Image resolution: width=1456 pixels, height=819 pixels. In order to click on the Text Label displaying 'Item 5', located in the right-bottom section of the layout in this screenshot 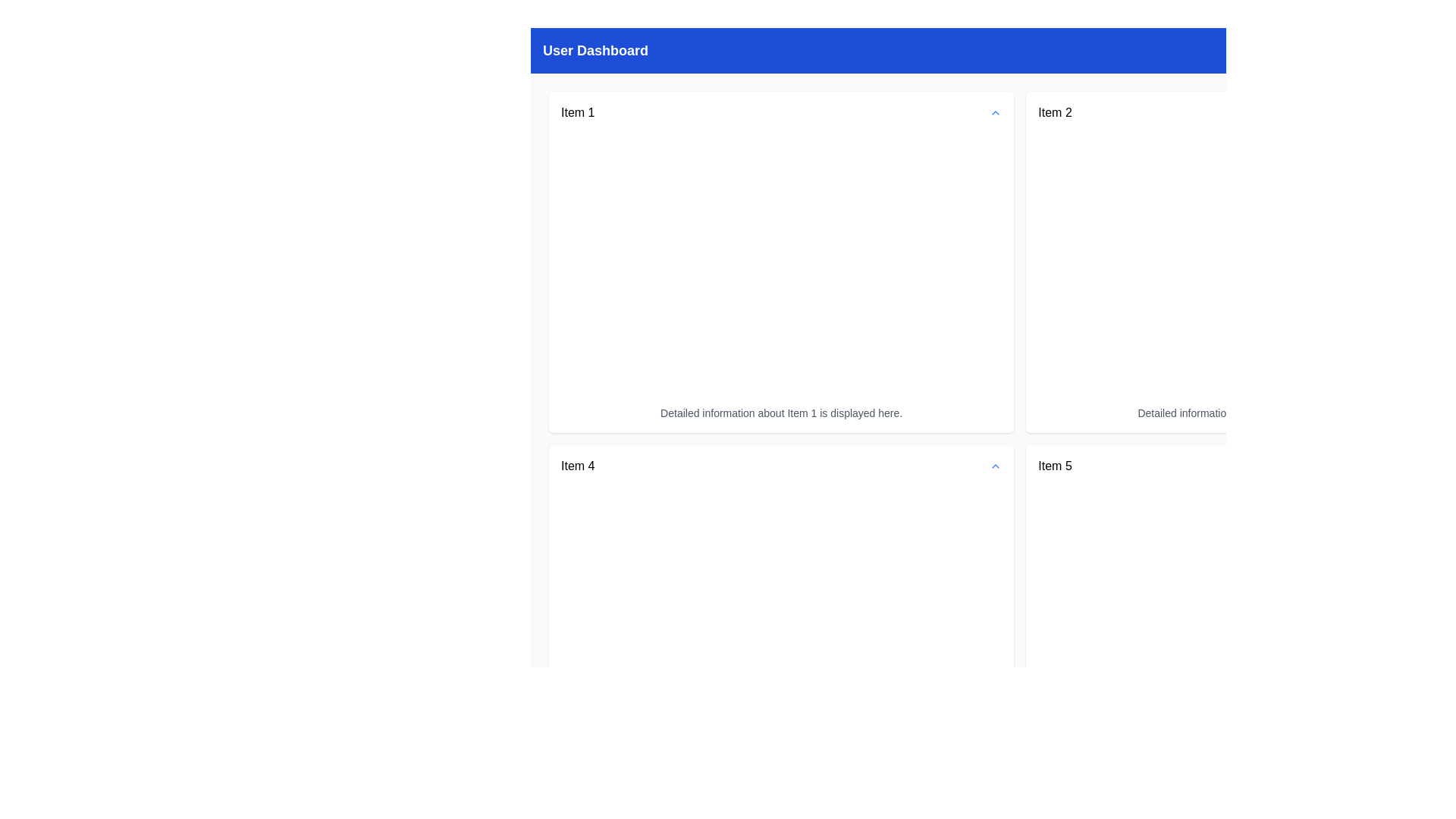, I will do `click(1054, 465)`.